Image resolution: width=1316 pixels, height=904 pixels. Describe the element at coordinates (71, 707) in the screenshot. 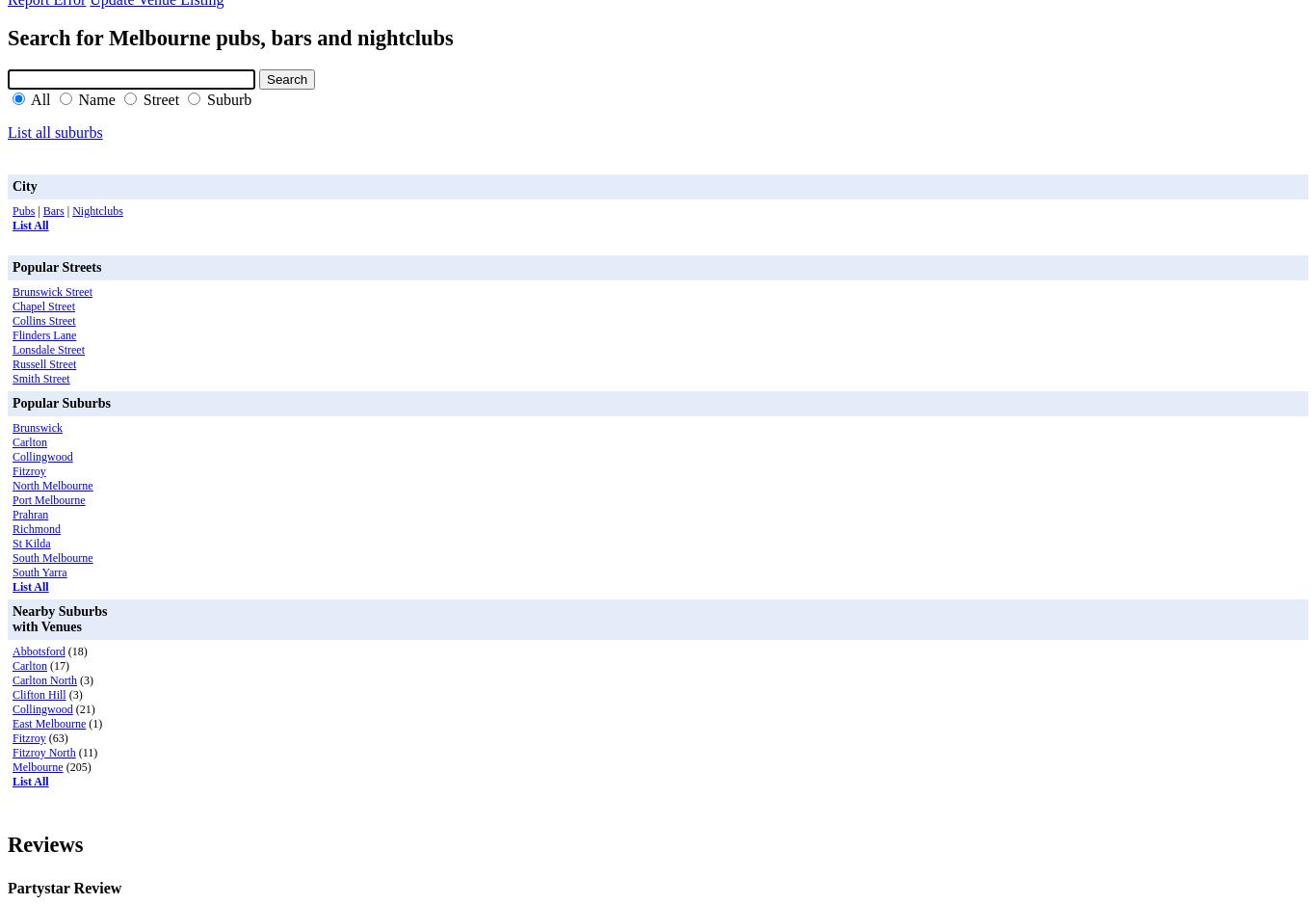

I see `'(21)'` at that location.